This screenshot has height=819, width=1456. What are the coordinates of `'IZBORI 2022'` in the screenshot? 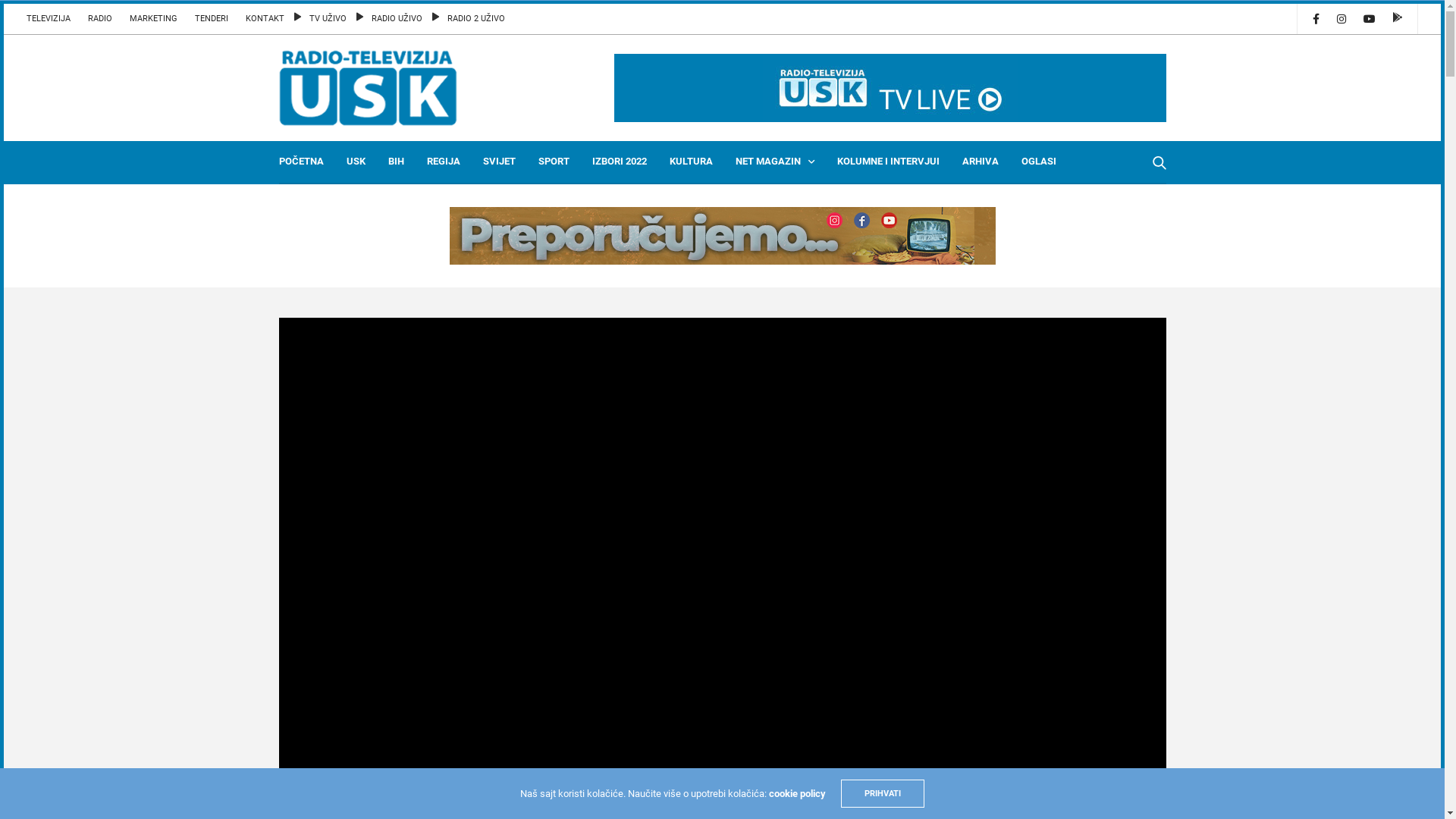 It's located at (619, 162).